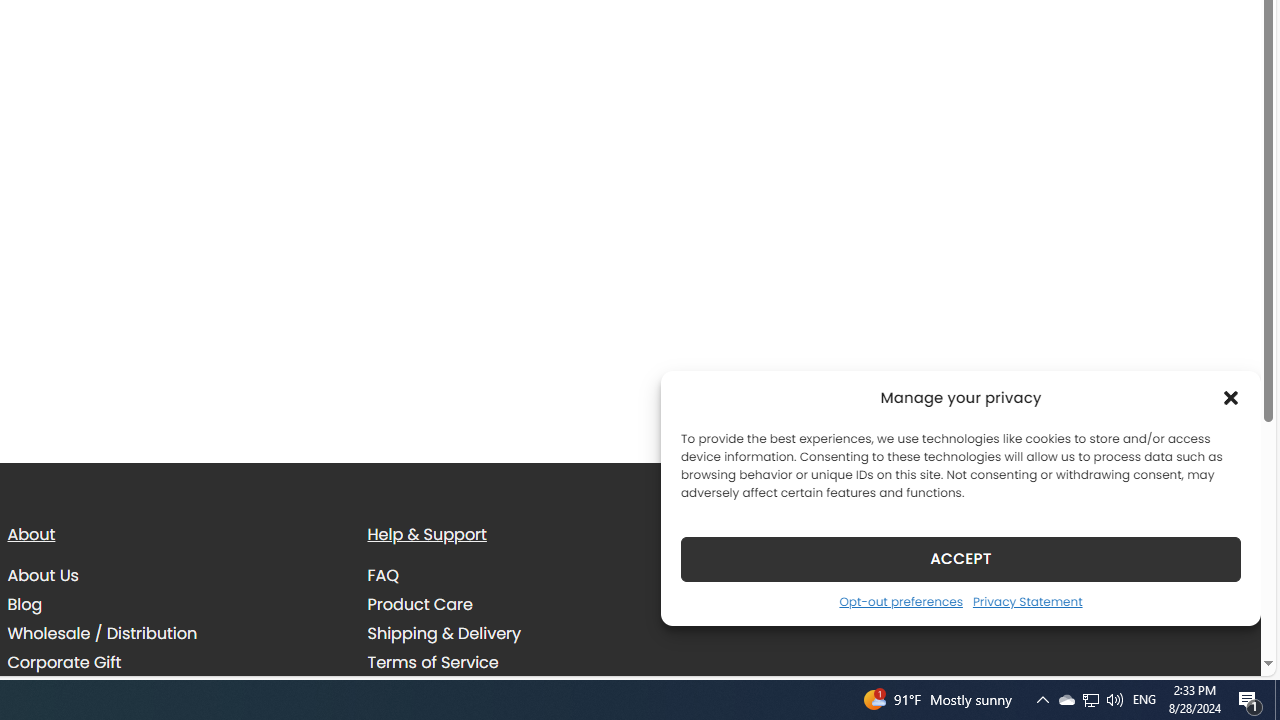 Image resolution: width=1280 pixels, height=720 pixels. What do you see at coordinates (42, 576) in the screenshot?
I see `'About Us'` at bounding box center [42, 576].